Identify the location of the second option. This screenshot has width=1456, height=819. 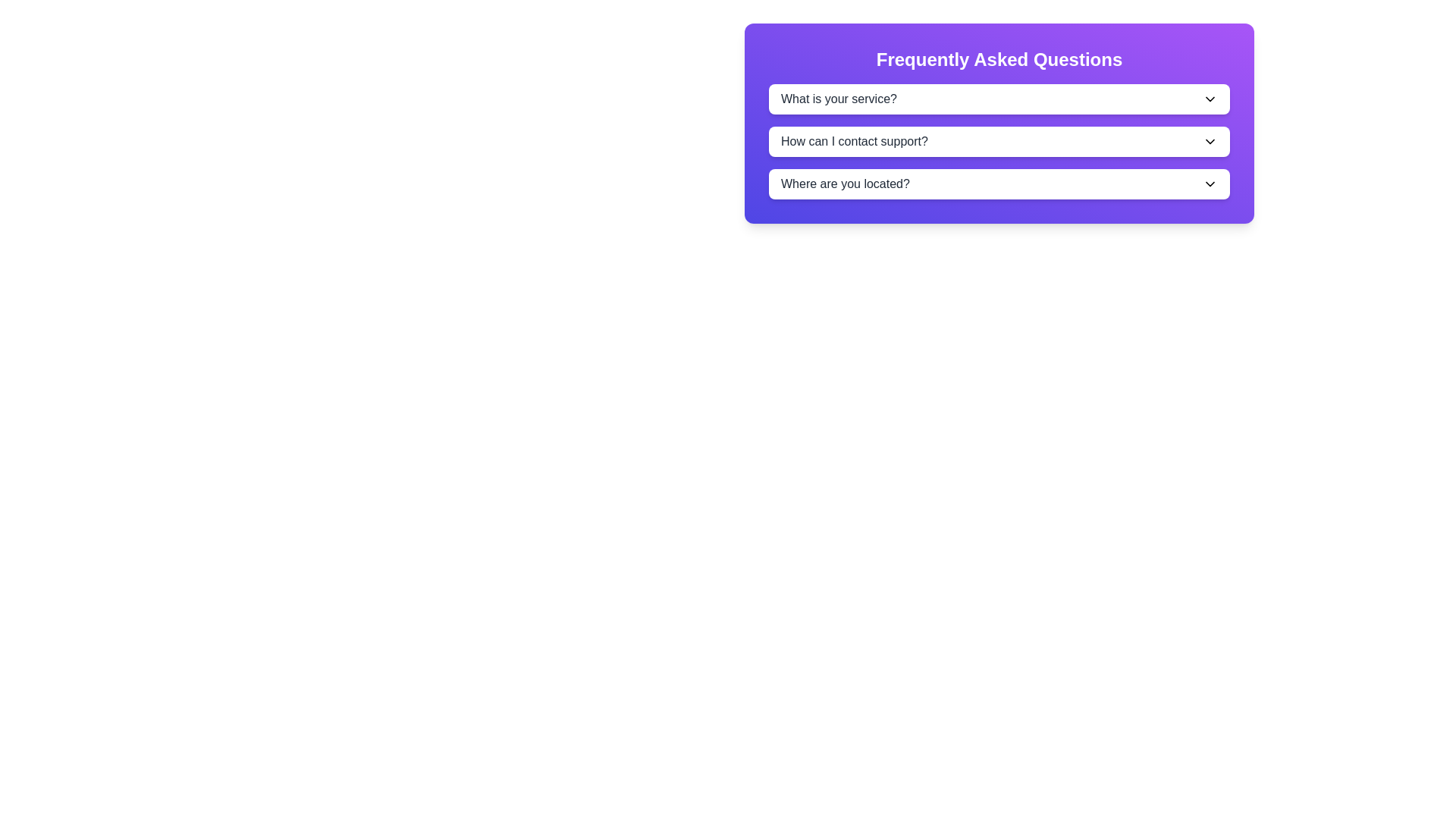
(999, 141).